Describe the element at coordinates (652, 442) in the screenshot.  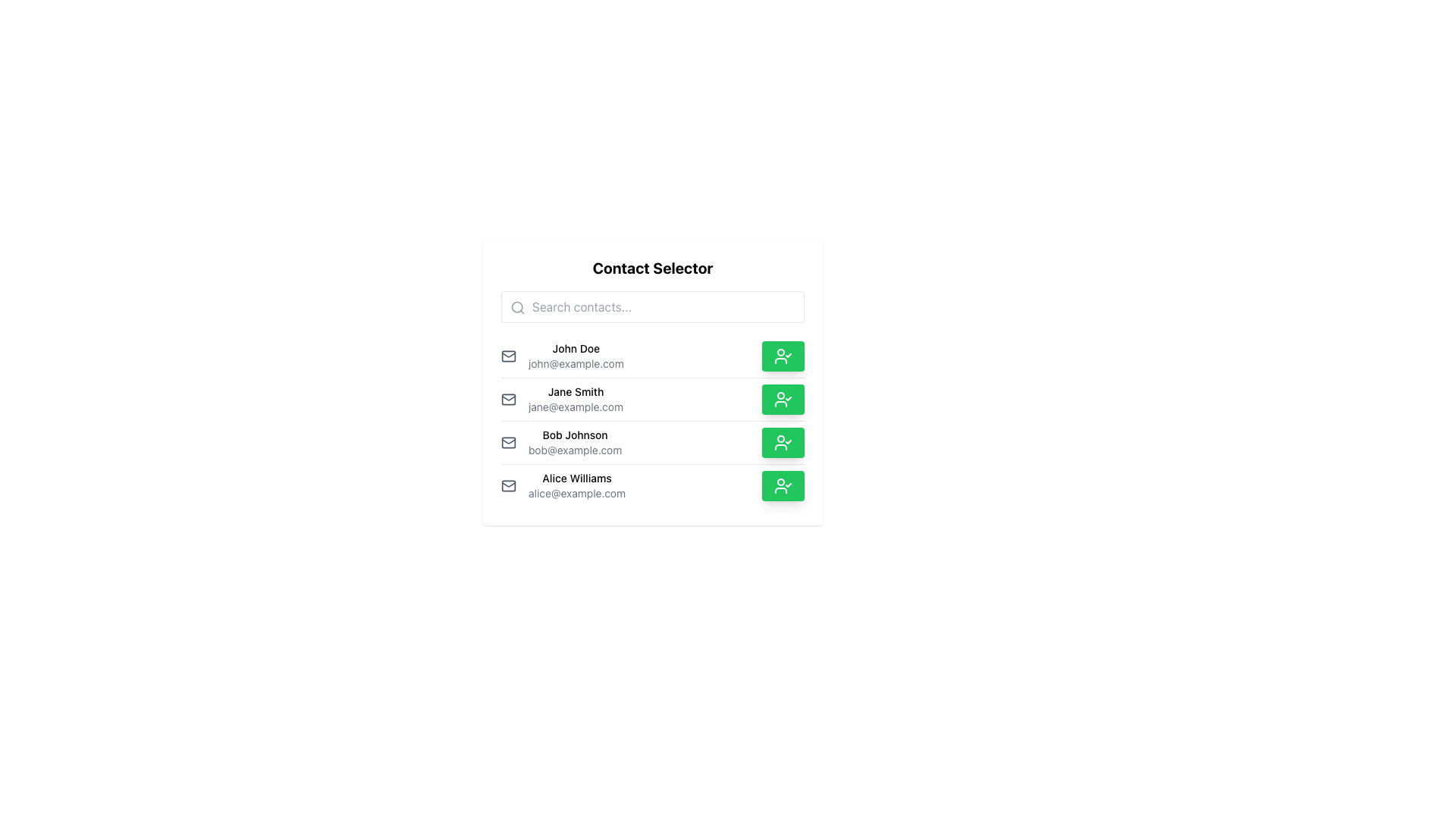
I see `the third contact entry in the contact list` at that location.